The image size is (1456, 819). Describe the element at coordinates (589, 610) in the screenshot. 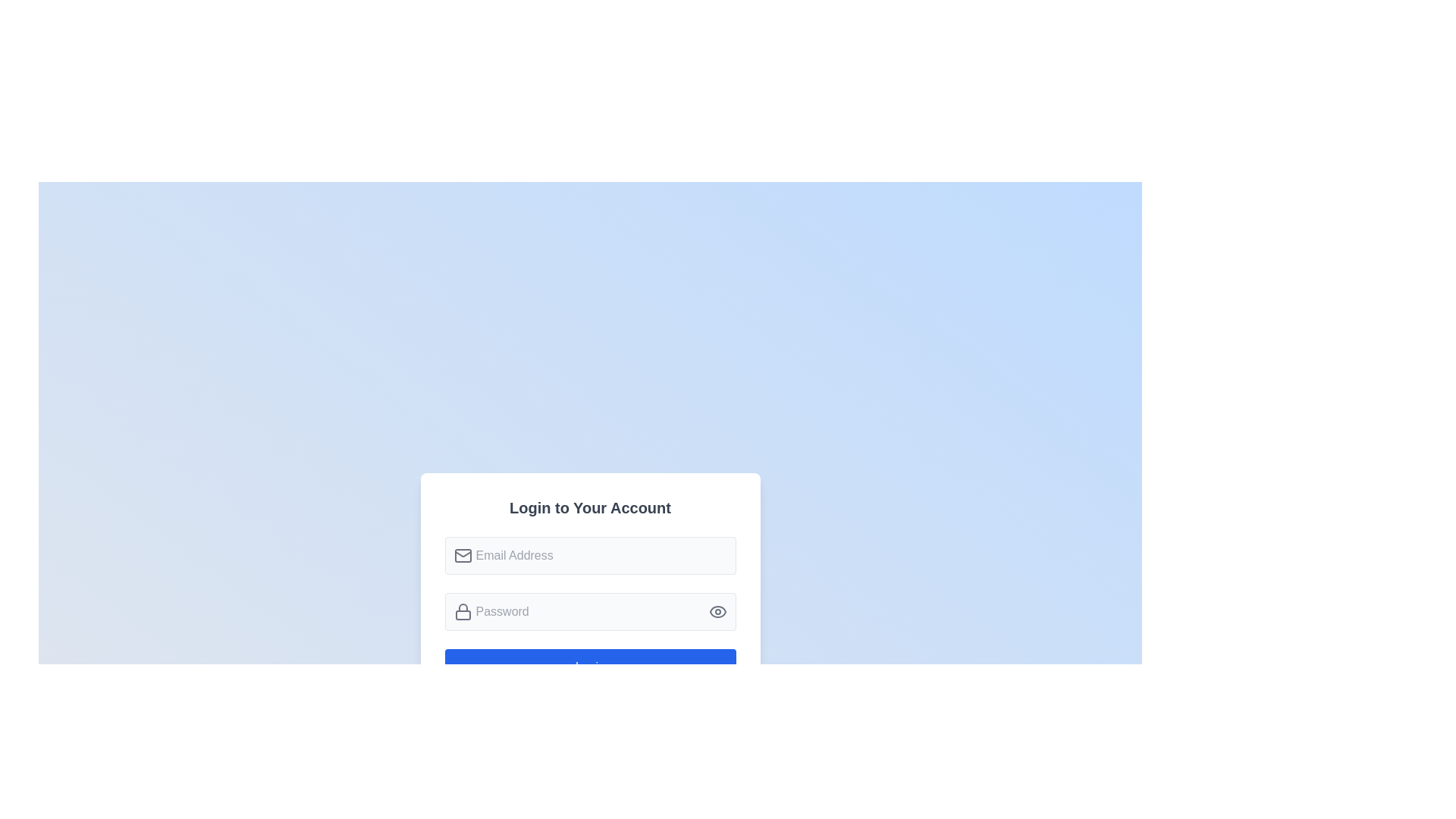

I see `the Password input field located below the 'Email Address' field and above the blue 'Login' button to potentially display tooltips` at that location.